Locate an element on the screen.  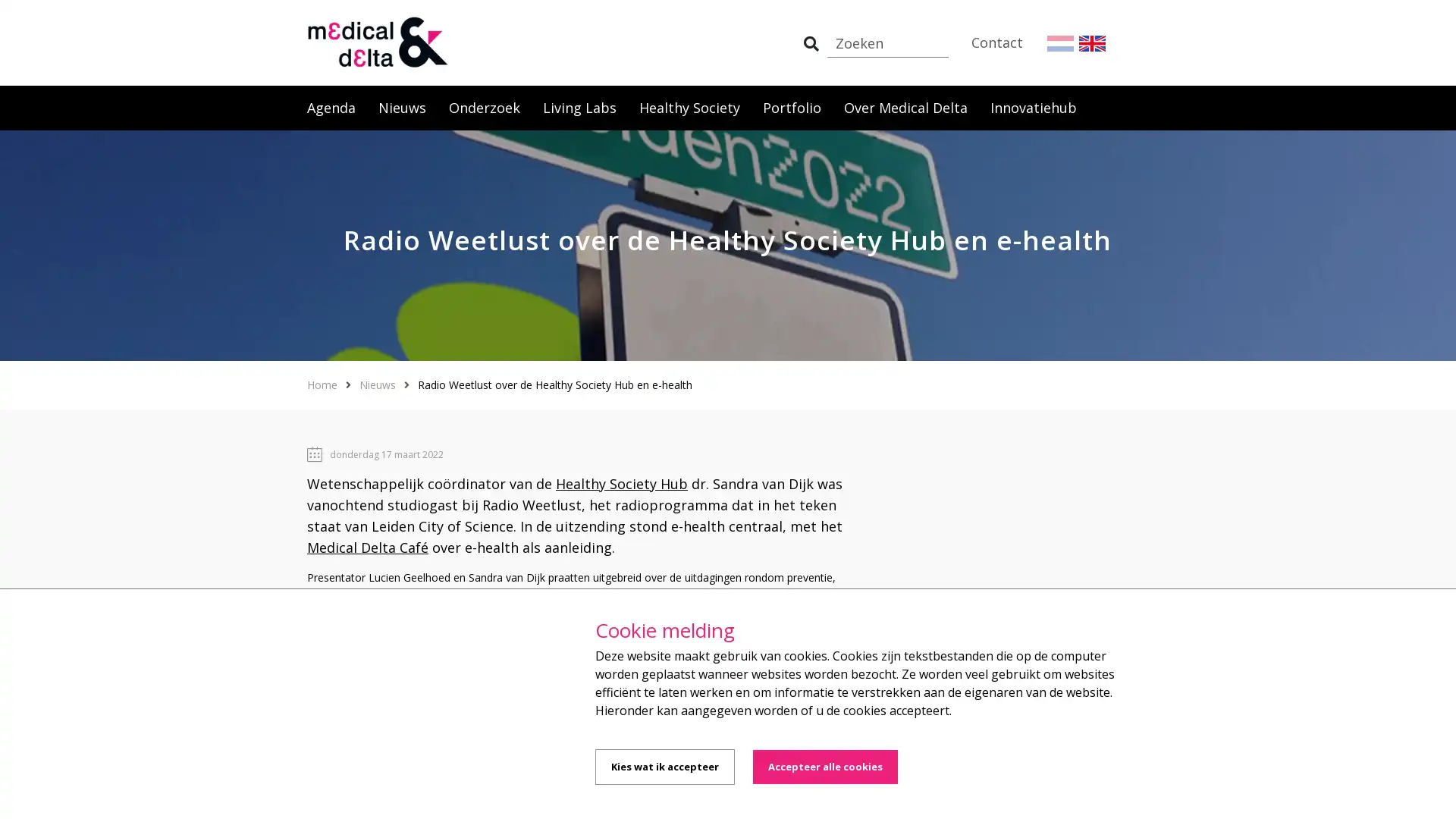
Kies wat ik accepteer is located at coordinates (665, 767).